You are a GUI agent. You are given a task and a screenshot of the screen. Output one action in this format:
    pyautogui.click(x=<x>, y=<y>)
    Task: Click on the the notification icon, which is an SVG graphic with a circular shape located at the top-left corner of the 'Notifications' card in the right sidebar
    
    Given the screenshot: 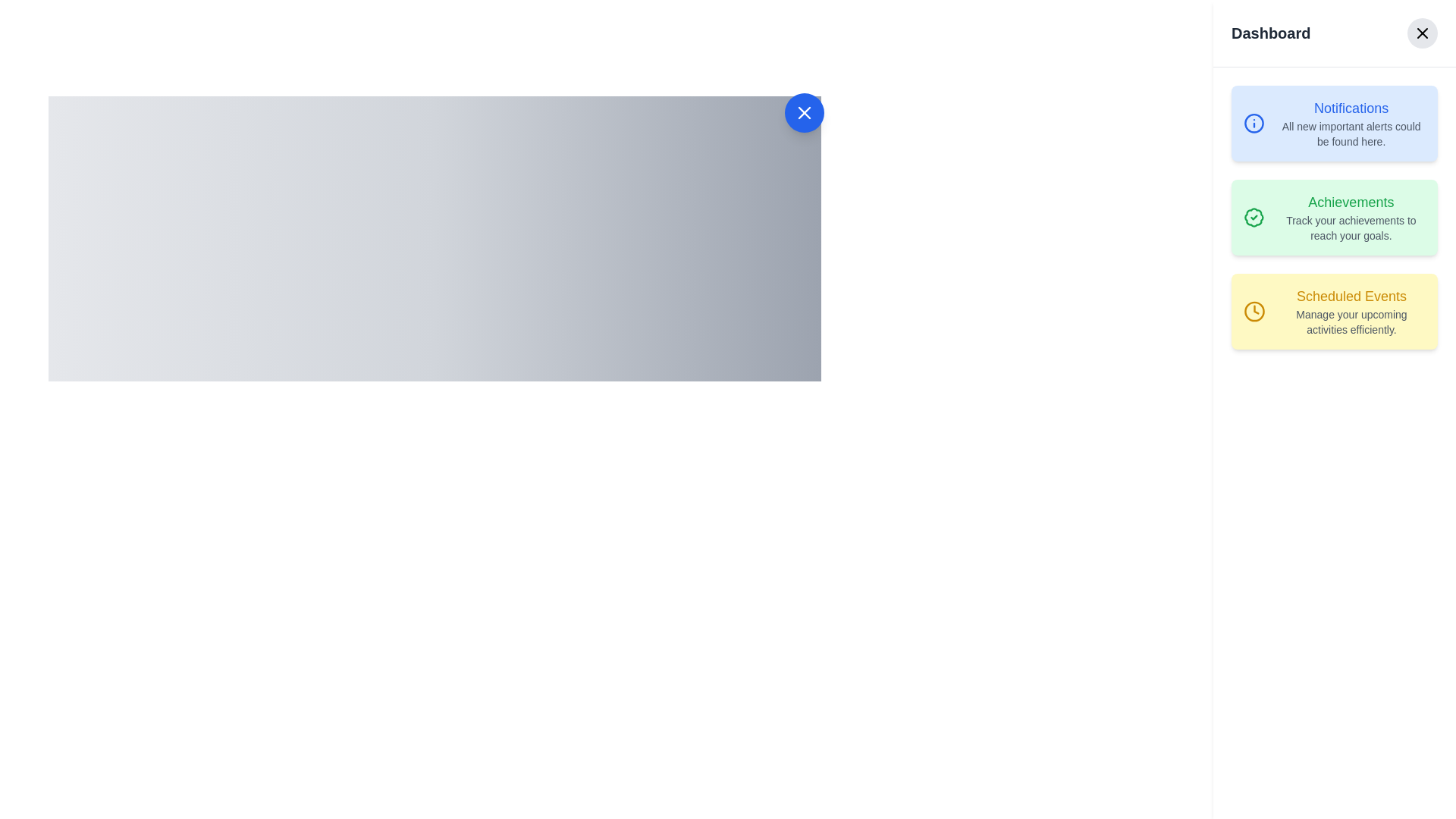 What is the action you would take?
    pyautogui.click(x=1254, y=122)
    